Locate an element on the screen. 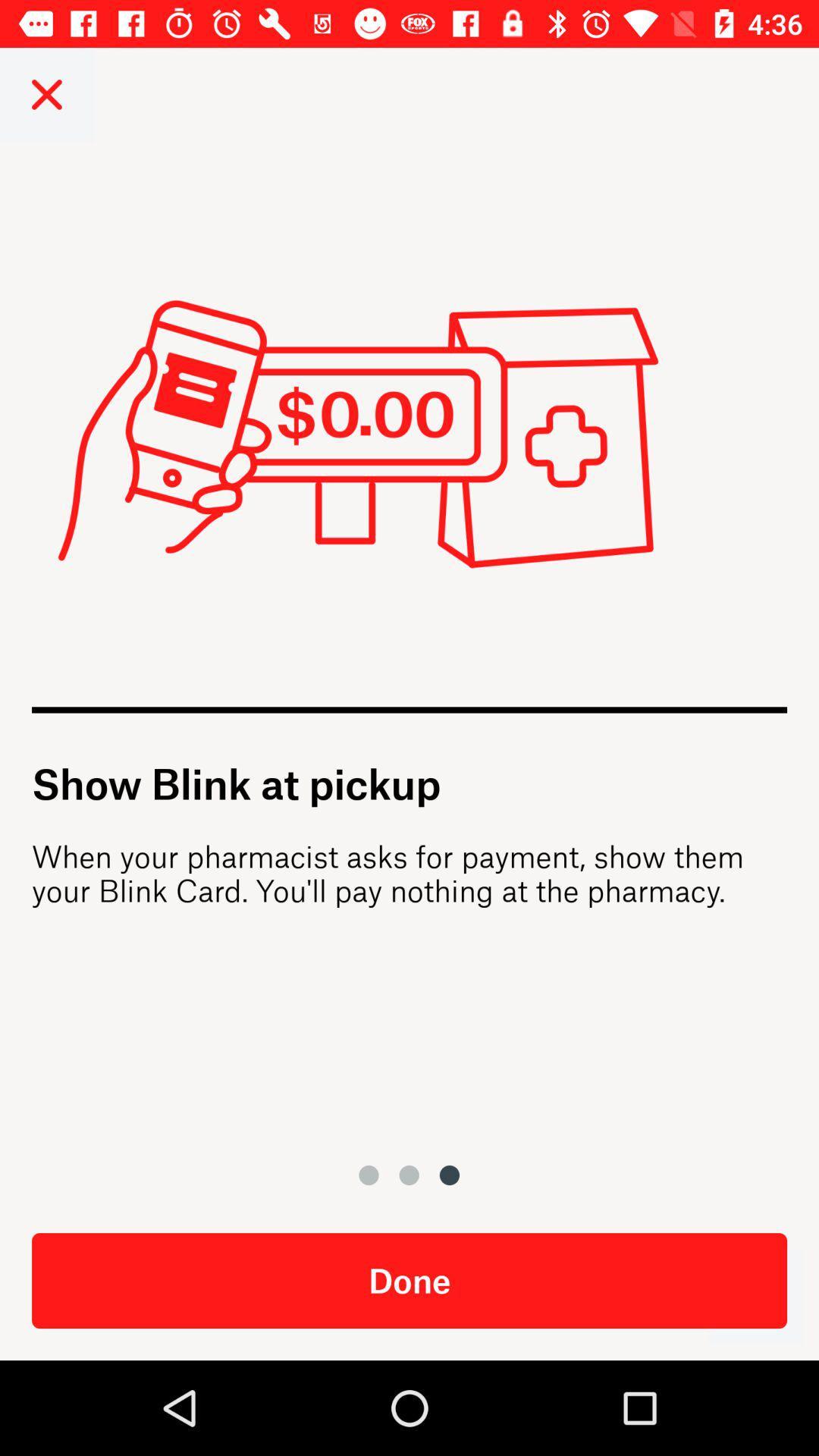  close is located at coordinates (45, 93).